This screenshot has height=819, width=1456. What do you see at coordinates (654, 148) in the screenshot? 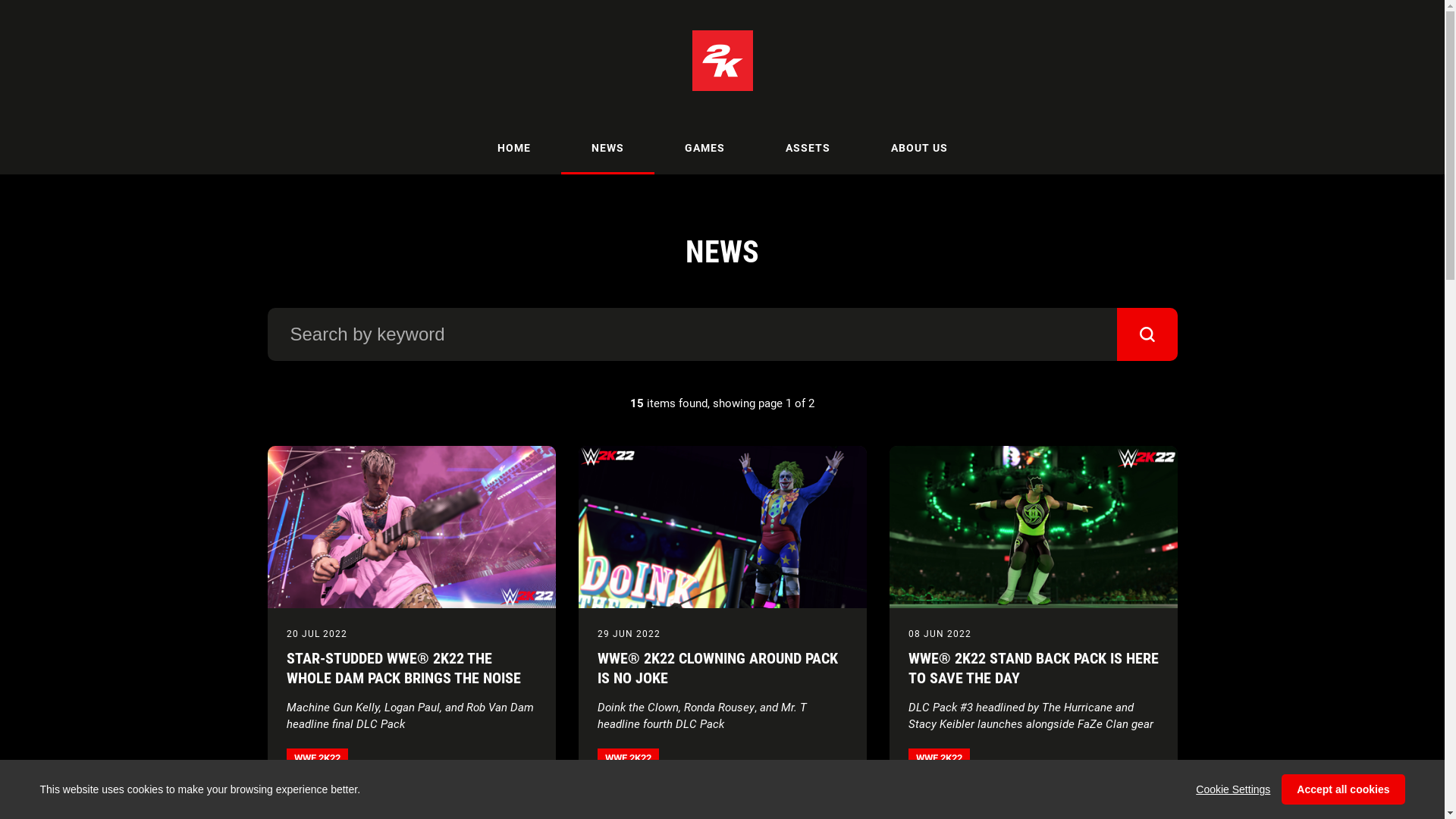
I see `'GAMES'` at bounding box center [654, 148].